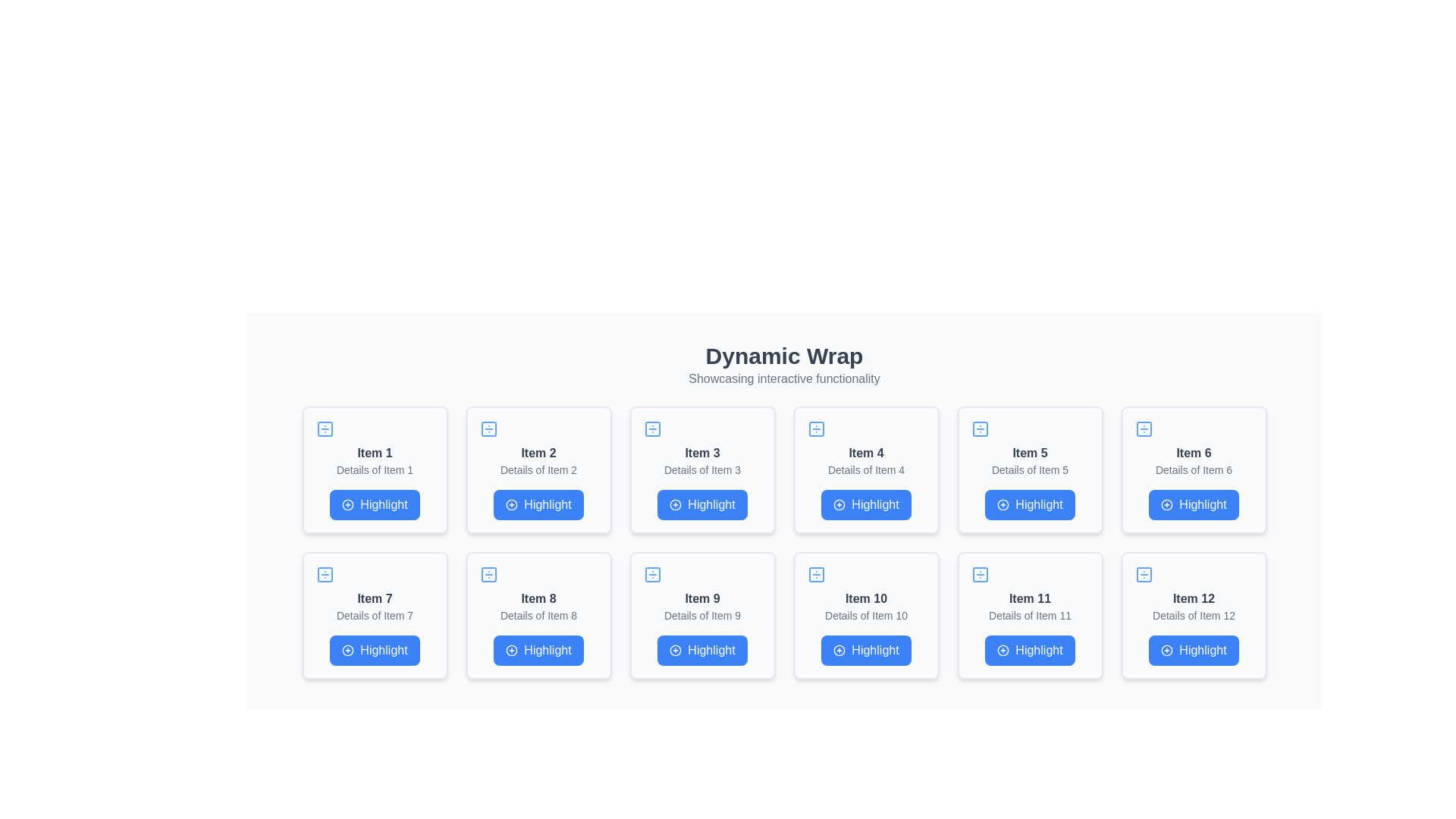 This screenshot has height=819, width=1456. What do you see at coordinates (1144, 575) in the screenshot?
I see `the small rounded rectangle located at the center of the grid icon representing the 'square-divide' symbol in 'Item 12'` at bounding box center [1144, 575].